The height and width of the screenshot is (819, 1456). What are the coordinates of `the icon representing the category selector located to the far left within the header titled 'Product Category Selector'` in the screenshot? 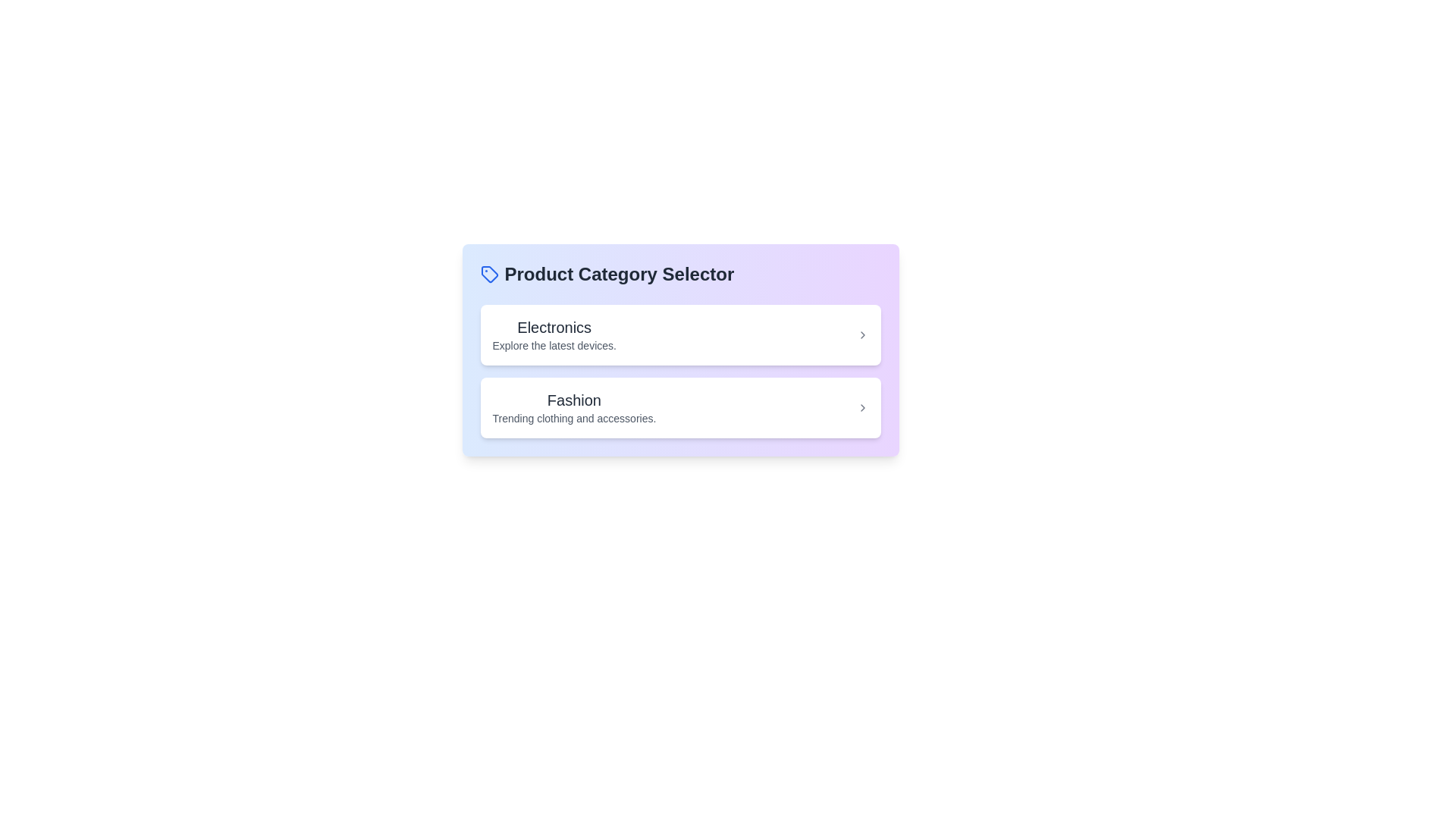 It's located at (489, 275).